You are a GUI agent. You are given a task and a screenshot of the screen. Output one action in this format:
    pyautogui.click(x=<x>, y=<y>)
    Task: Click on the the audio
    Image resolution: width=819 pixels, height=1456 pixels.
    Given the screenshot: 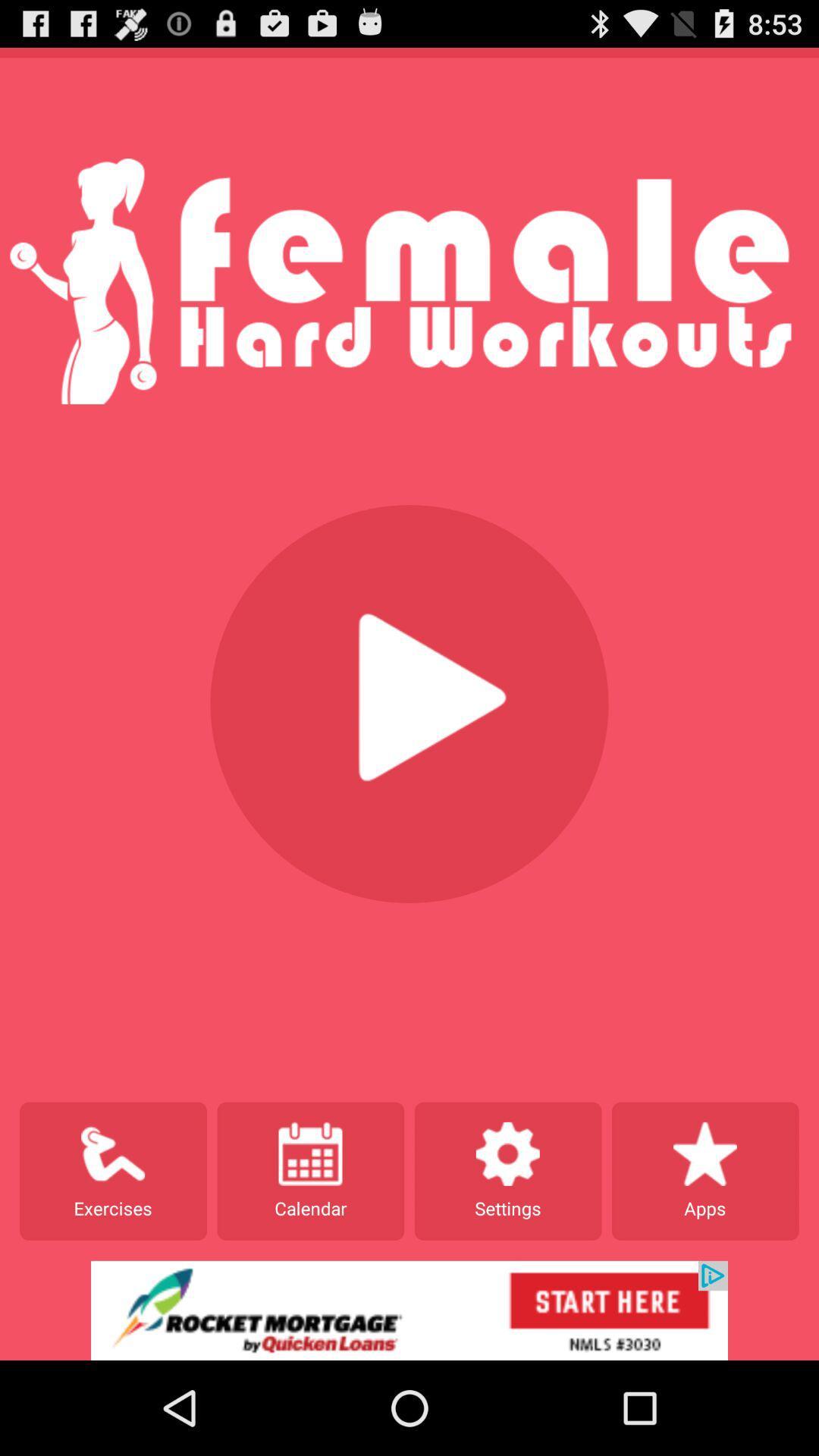 What is the action you would take?
    pyautogui.click(x=409, y=703)
    